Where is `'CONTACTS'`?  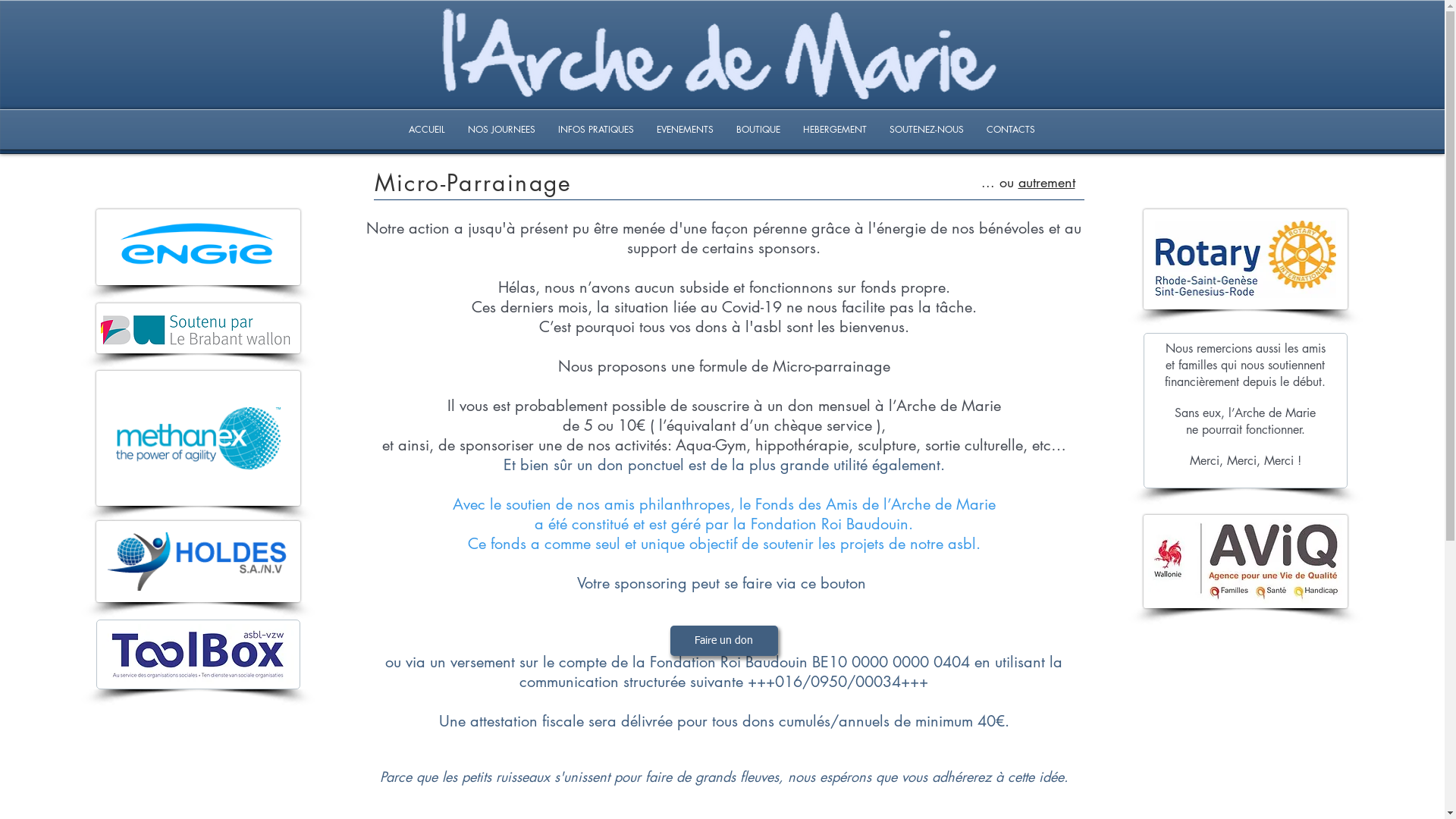 'CONTACTS' is located at coordinates (1011, 128).